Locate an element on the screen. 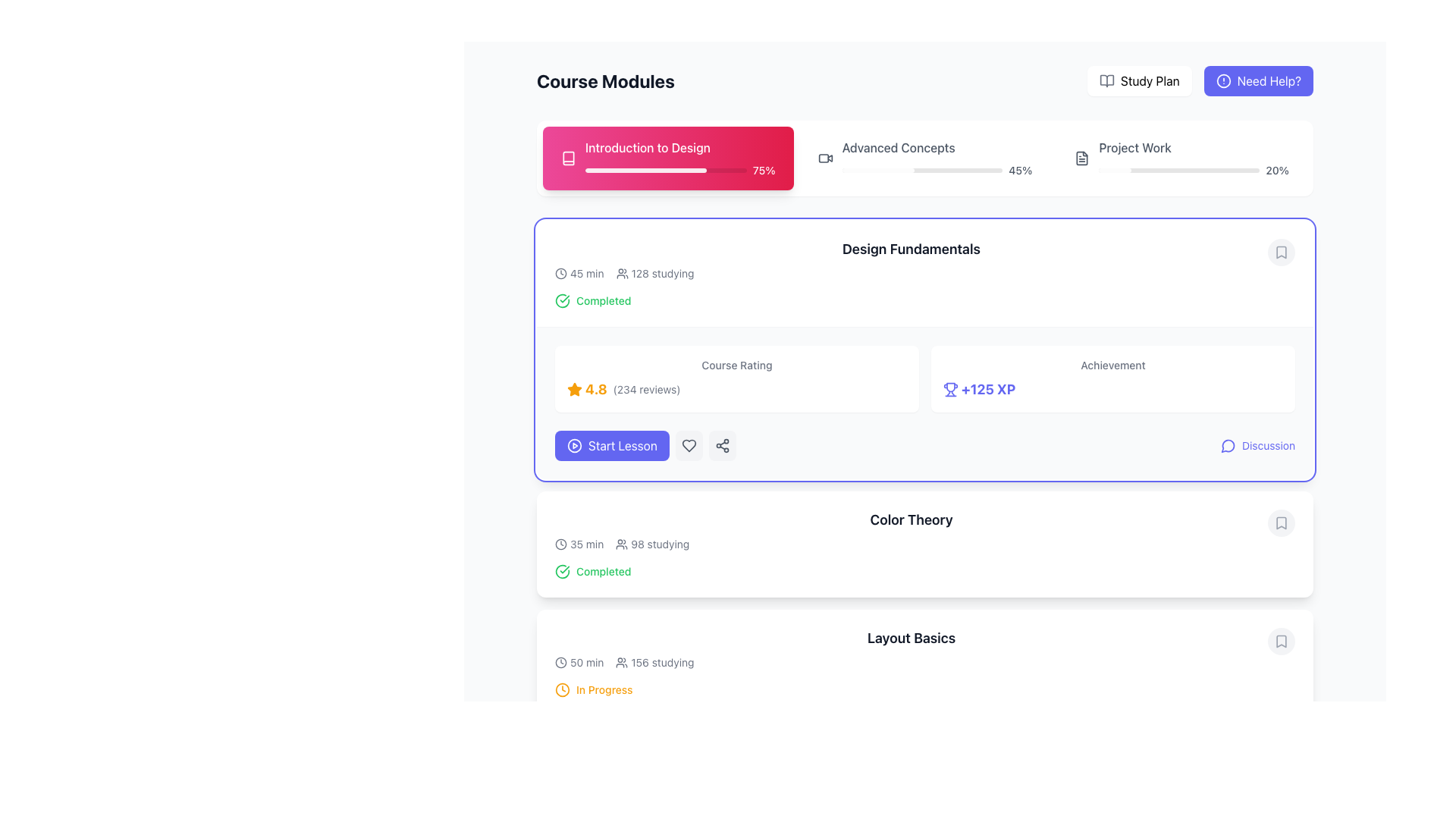 The width and height of the screenshot is (1456, 819). the small gray icon representing a group of users, which is positioned to the left of the text '128 studying' is located at coordinates (622, 274).